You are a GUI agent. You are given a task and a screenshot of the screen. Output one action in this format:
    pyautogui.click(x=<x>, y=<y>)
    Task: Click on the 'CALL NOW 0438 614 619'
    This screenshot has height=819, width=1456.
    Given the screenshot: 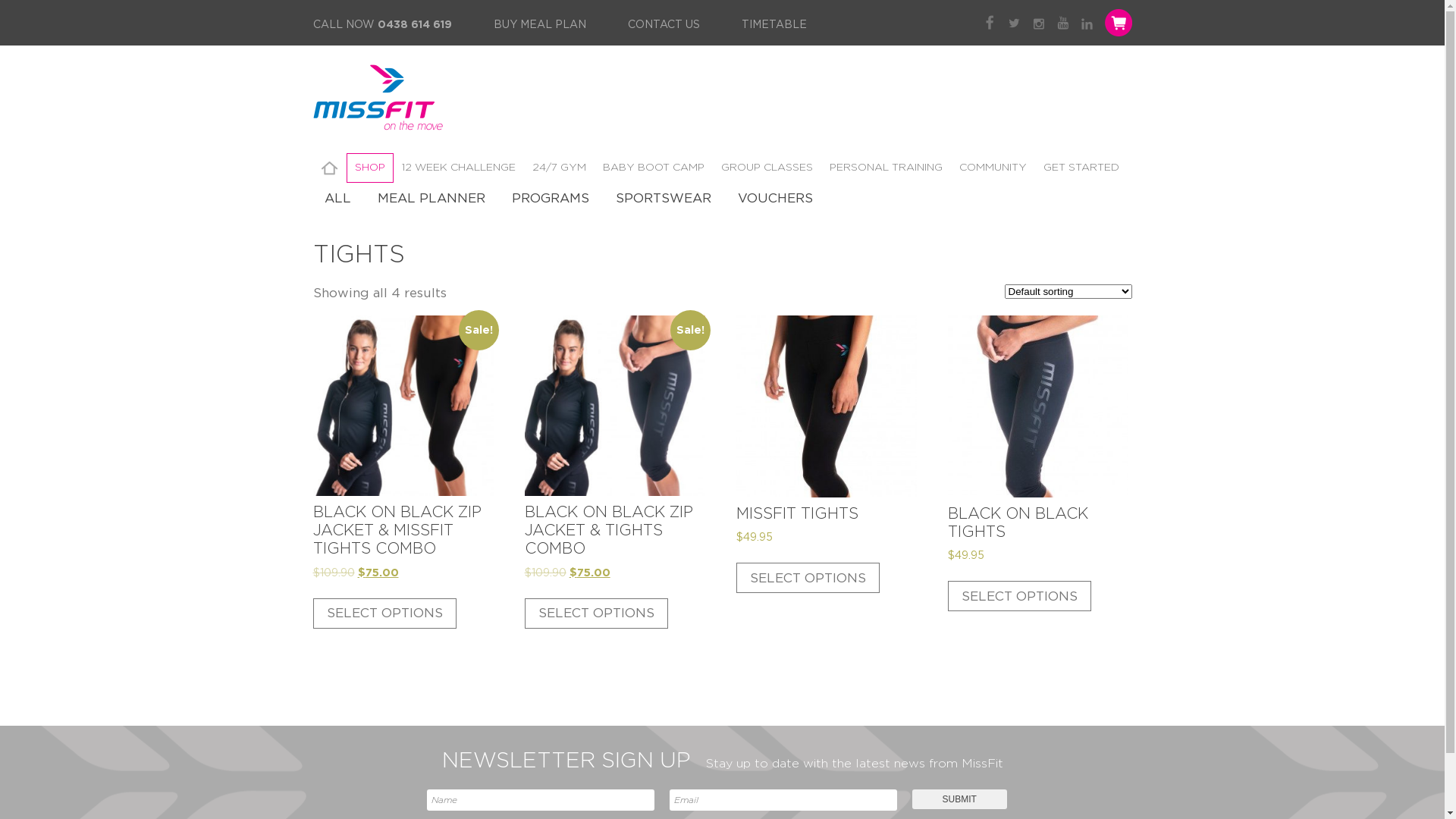 What is the action you would take?
    pyautogui.click(x=381, y=25)
    